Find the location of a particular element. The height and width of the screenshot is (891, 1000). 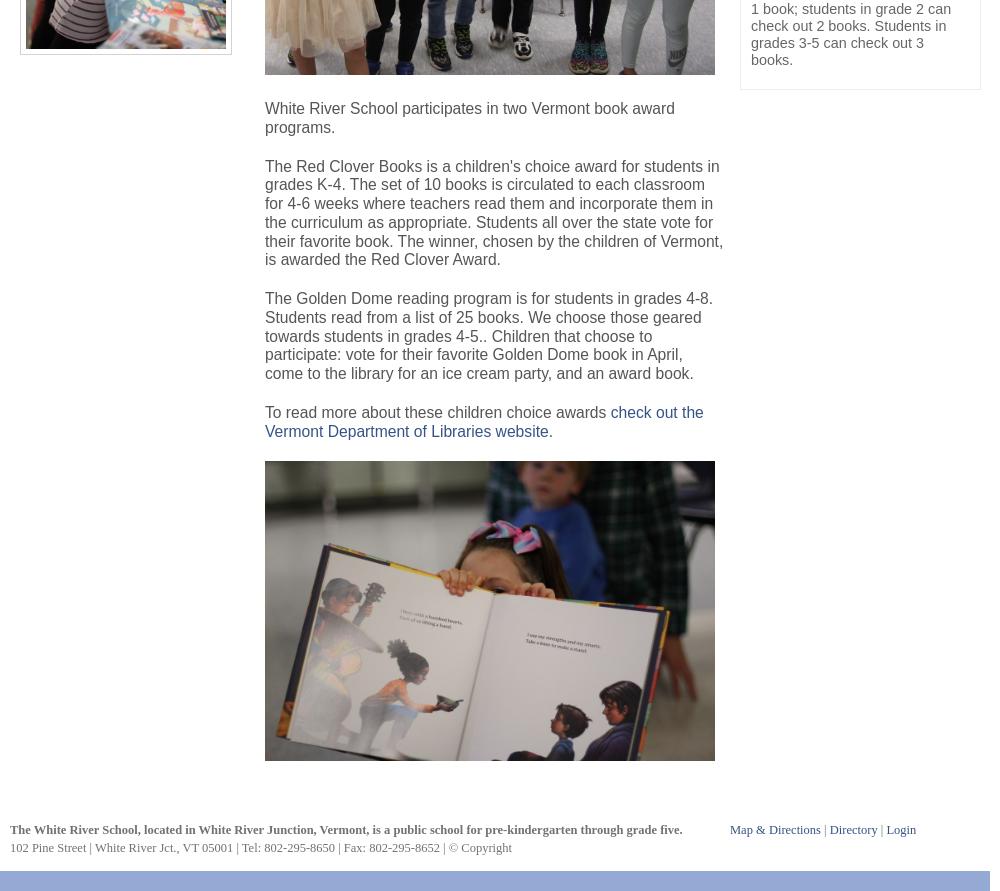

'The Red Clover Books is a children's choice award for students in grades K-4. The set of 10 books is circulated to each classroom for 4-6 weeks where teachers read them and incorporate them in the curriculum as appropriate. Students all over the state vote for their favorite book. The winner, chosen by the children of Vermont, is awarded the Red Clover Award.' is located at coordinates (493, 212).